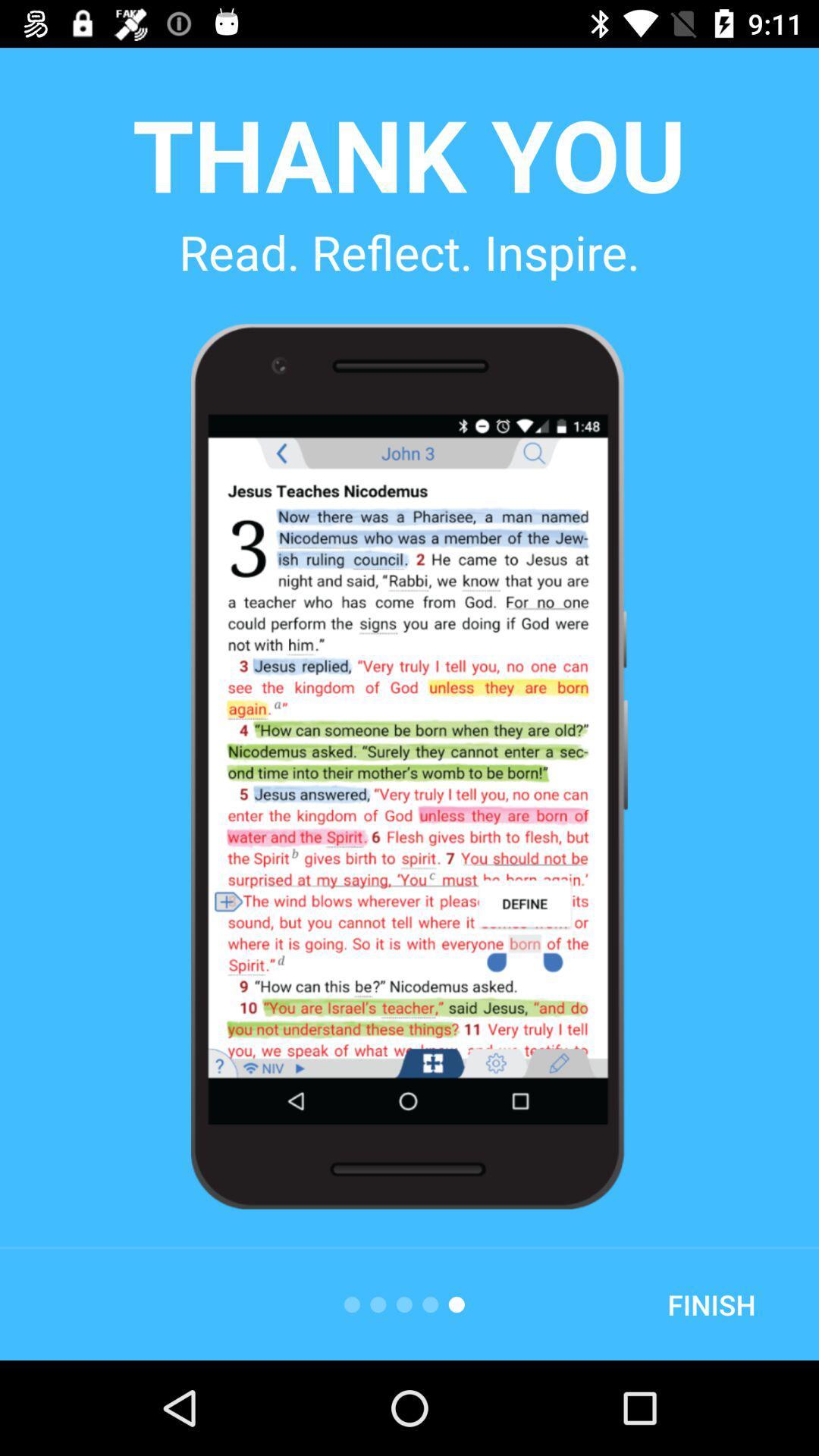 This screenshot has width=819, height=1456. Describe the element at coordinates (711, 1304) in the screenshot. I see `item at the bottom right corner` at that location.